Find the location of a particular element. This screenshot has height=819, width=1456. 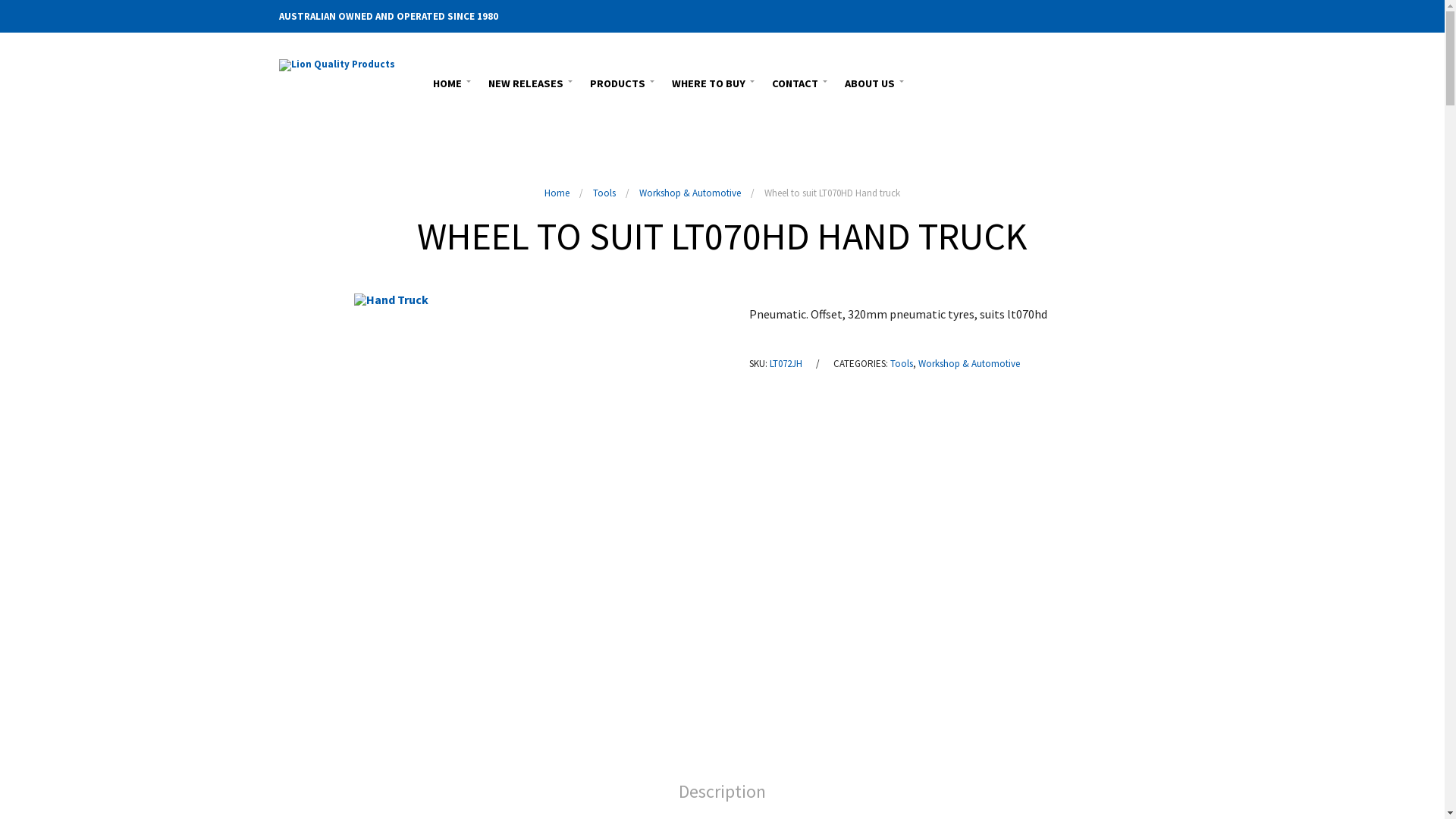

'CONTACT' is located at coordinates (795, 81).